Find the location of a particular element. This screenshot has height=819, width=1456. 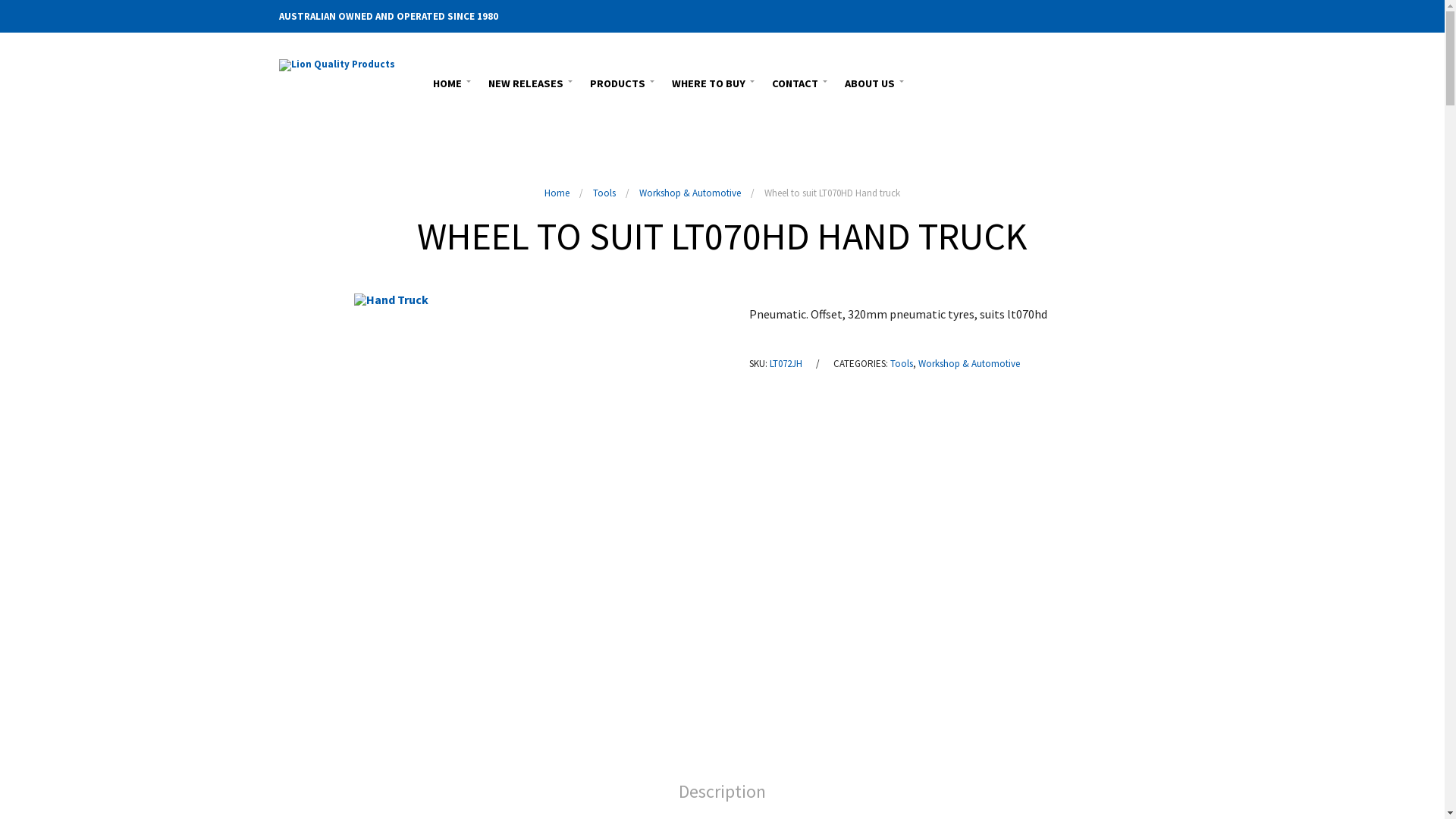

'CONTACT' is located at coordinates (795, 81).